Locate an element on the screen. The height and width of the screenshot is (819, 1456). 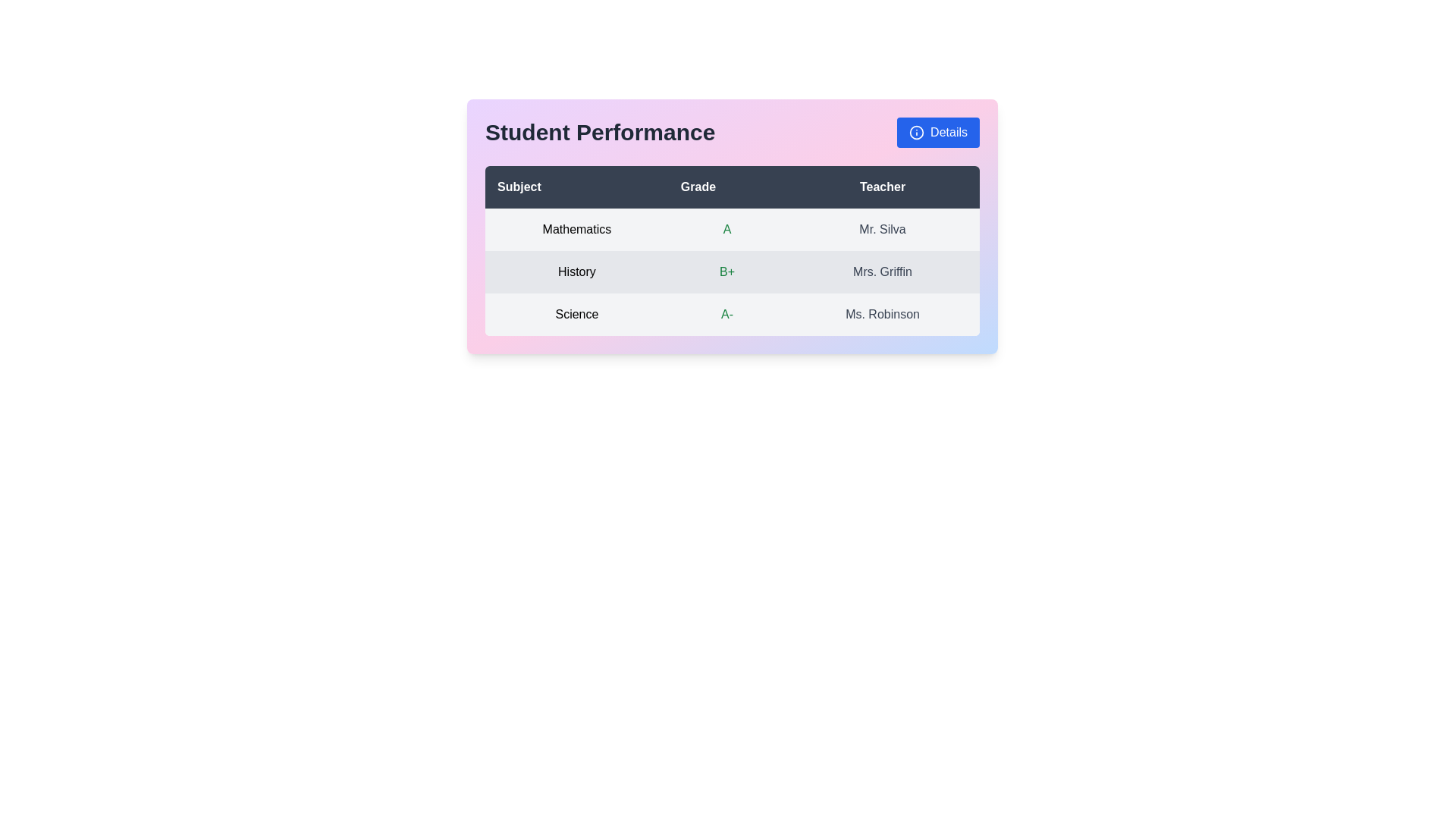
the first row of the 'Student Performance' table is located at coordinates (732, 230).